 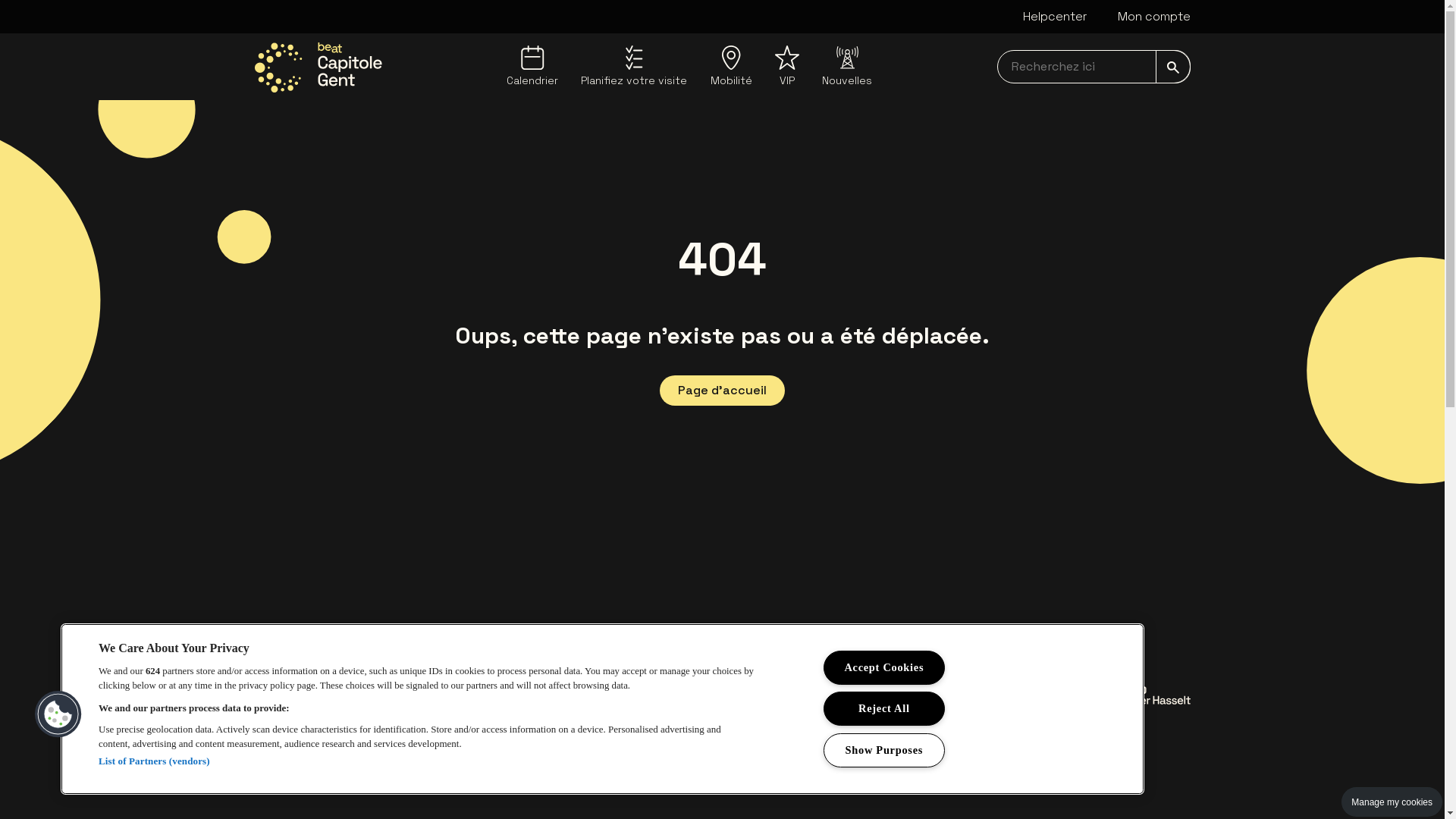 What do you see at coordinates (1053, 17) in the screenshot?
I see `'Helpcenter'` at bounding box center [1053, 17].